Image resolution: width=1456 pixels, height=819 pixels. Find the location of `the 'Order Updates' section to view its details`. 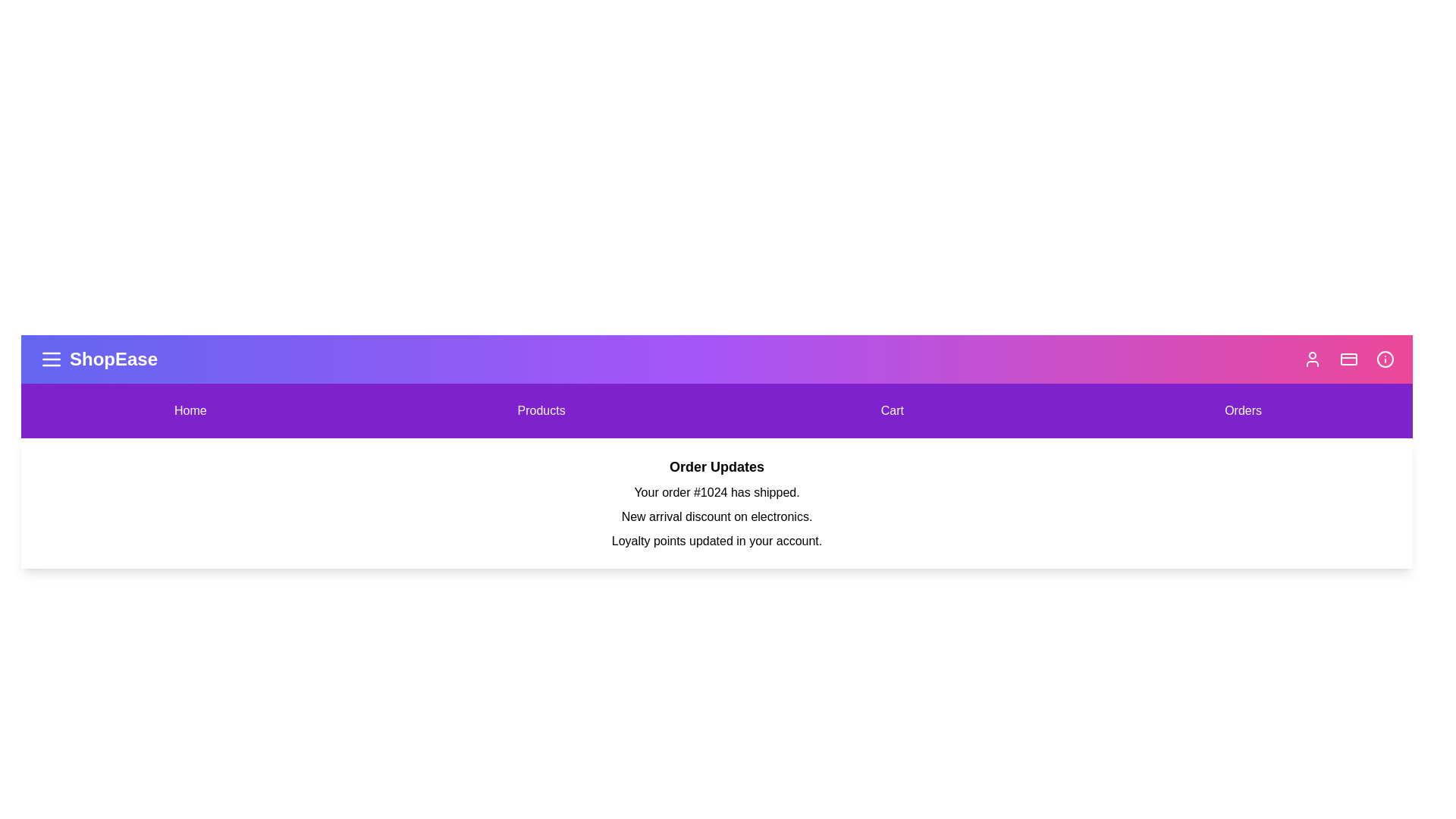

the 'Order Updates' section to view its details is located at coordinates (716, 466).